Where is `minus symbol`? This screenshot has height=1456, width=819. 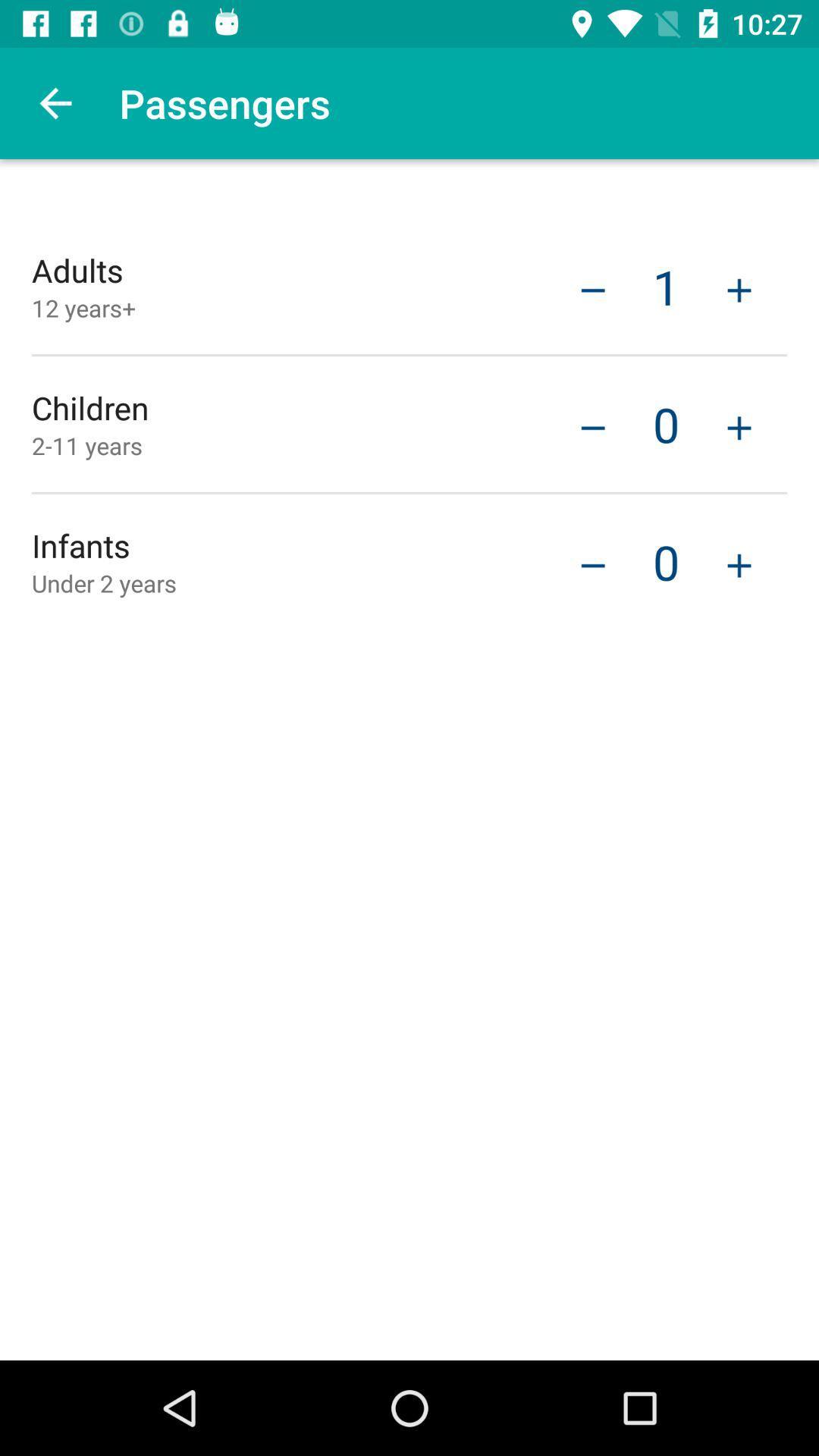
minus symbol is located at coordinates (592, 425).